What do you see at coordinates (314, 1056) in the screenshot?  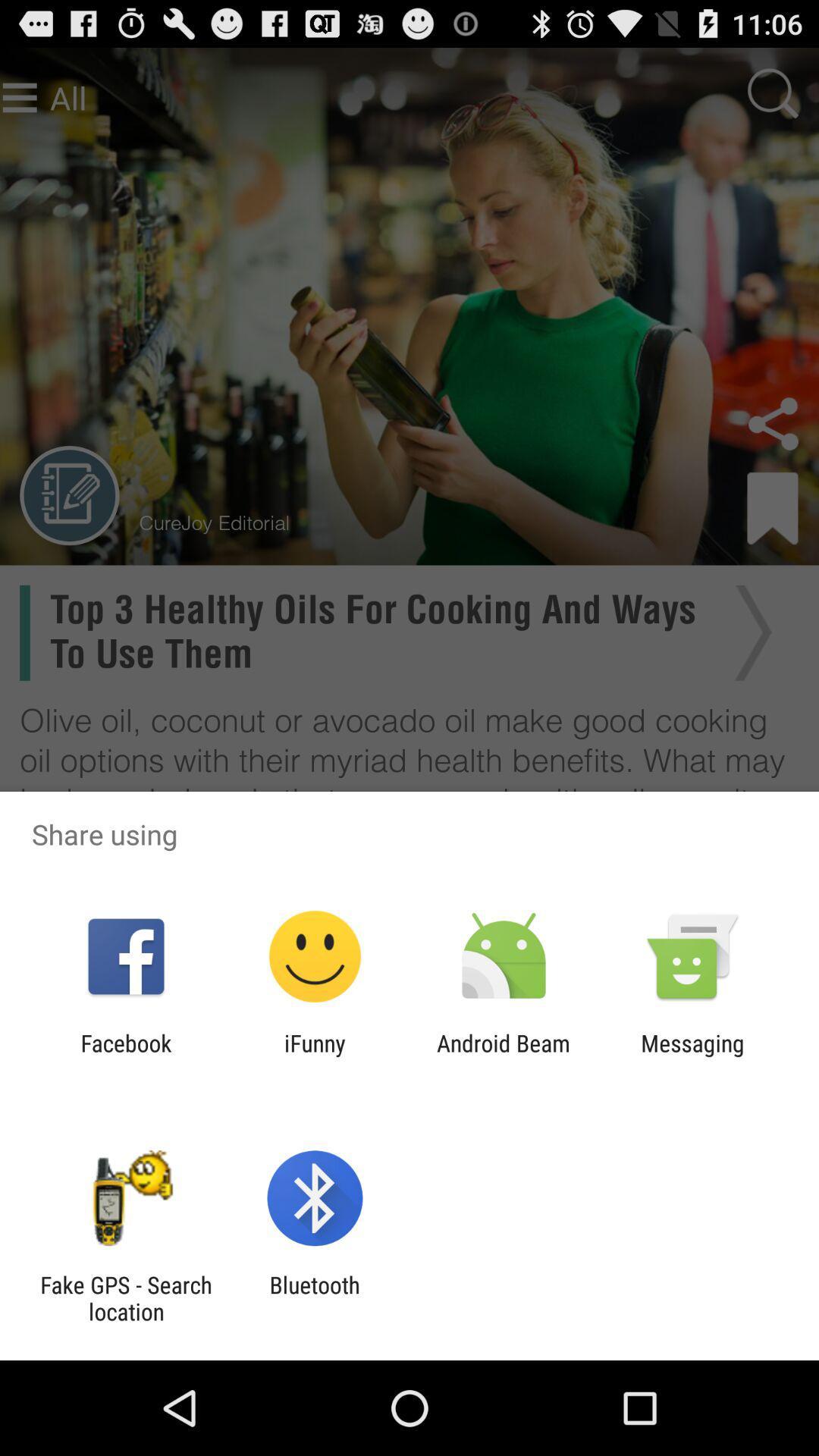 I see `the item next to the android beam app` at bounding box center [314, 1056].